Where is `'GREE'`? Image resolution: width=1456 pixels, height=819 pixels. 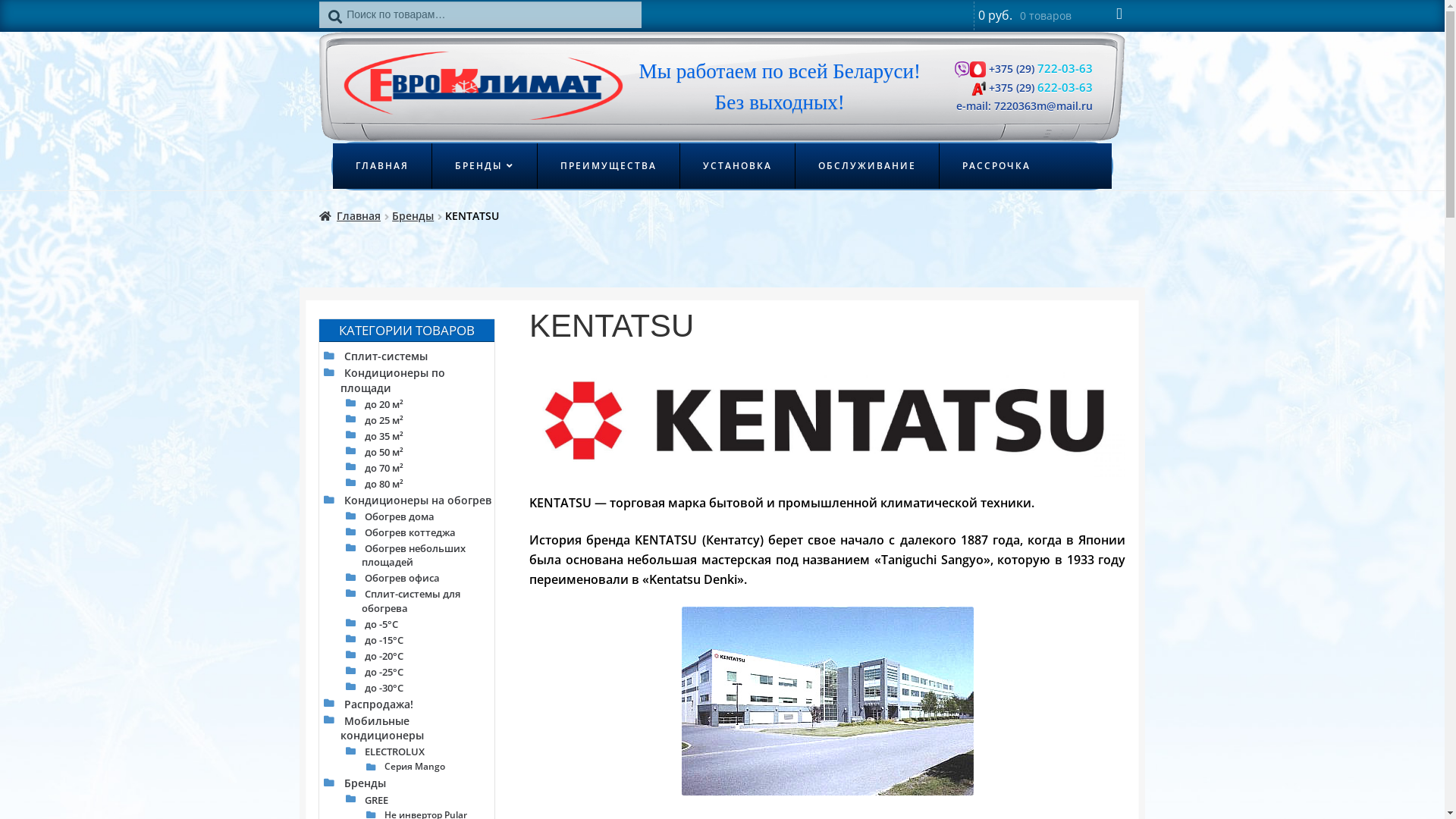 'GREE' is located at coordinates (376, 799).